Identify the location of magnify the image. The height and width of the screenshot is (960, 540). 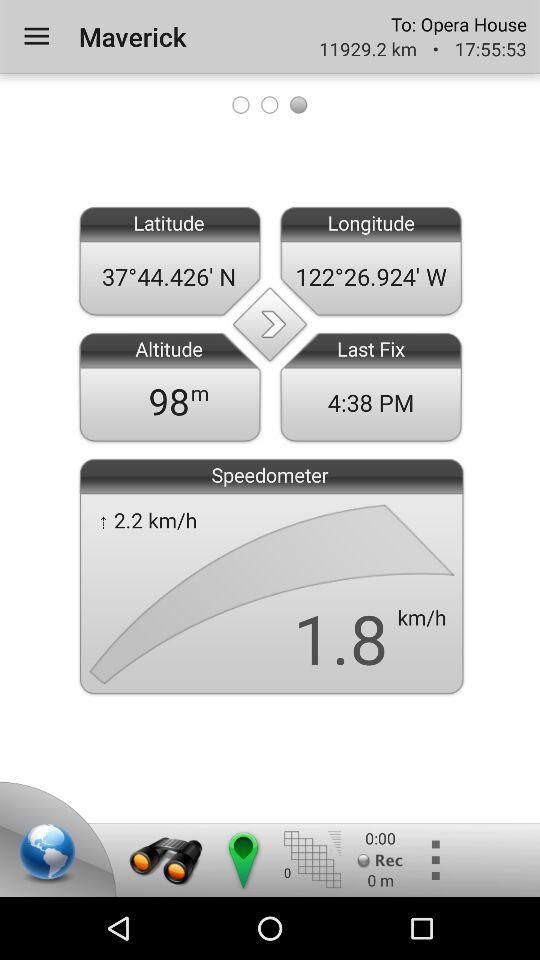
(165, 859).